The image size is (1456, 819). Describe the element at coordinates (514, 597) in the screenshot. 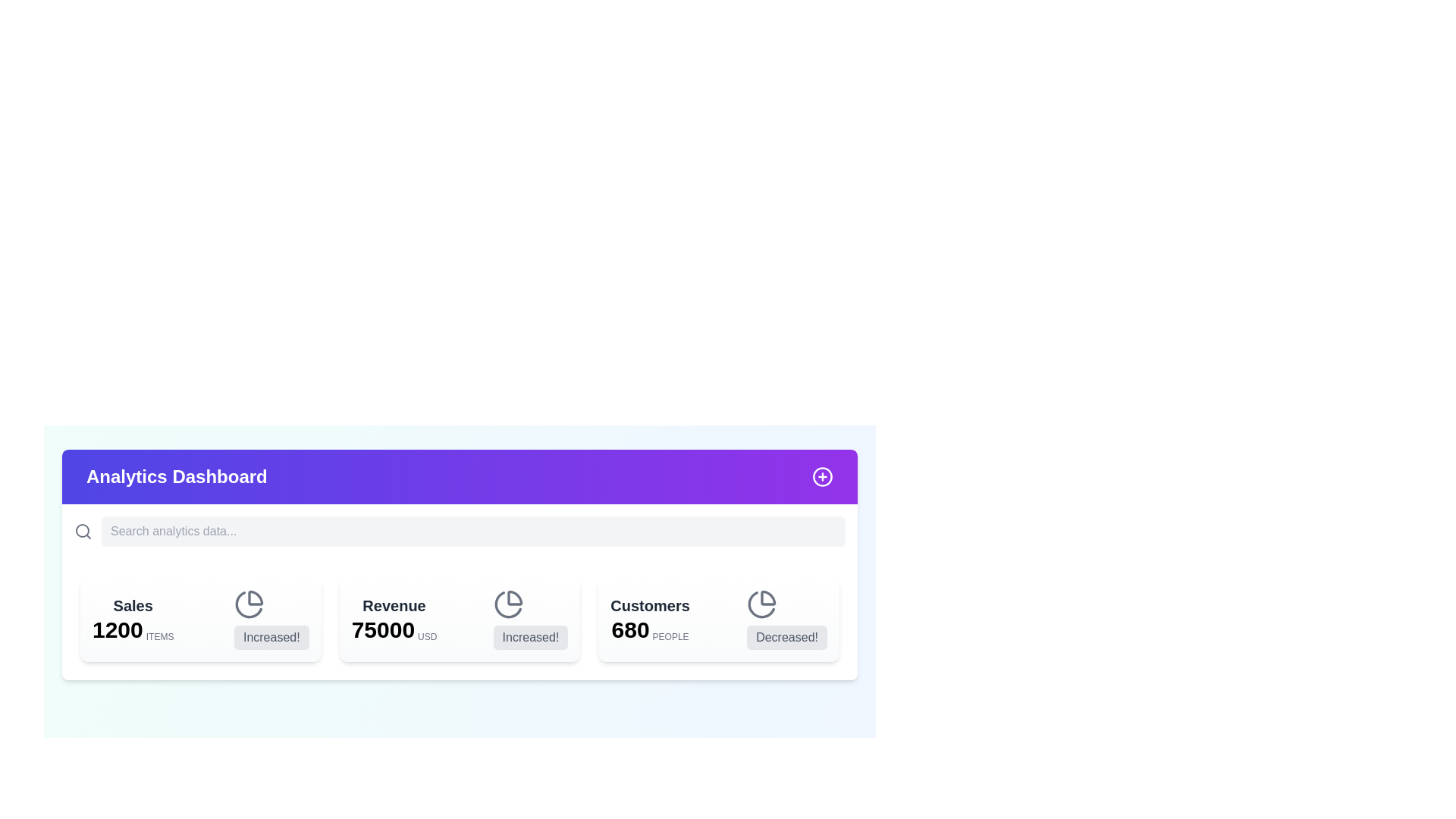

I see `the design of the pie chart segment icon located in the 'Customers' section on the dashboard, which represents a portion of the pie chart` at that location.